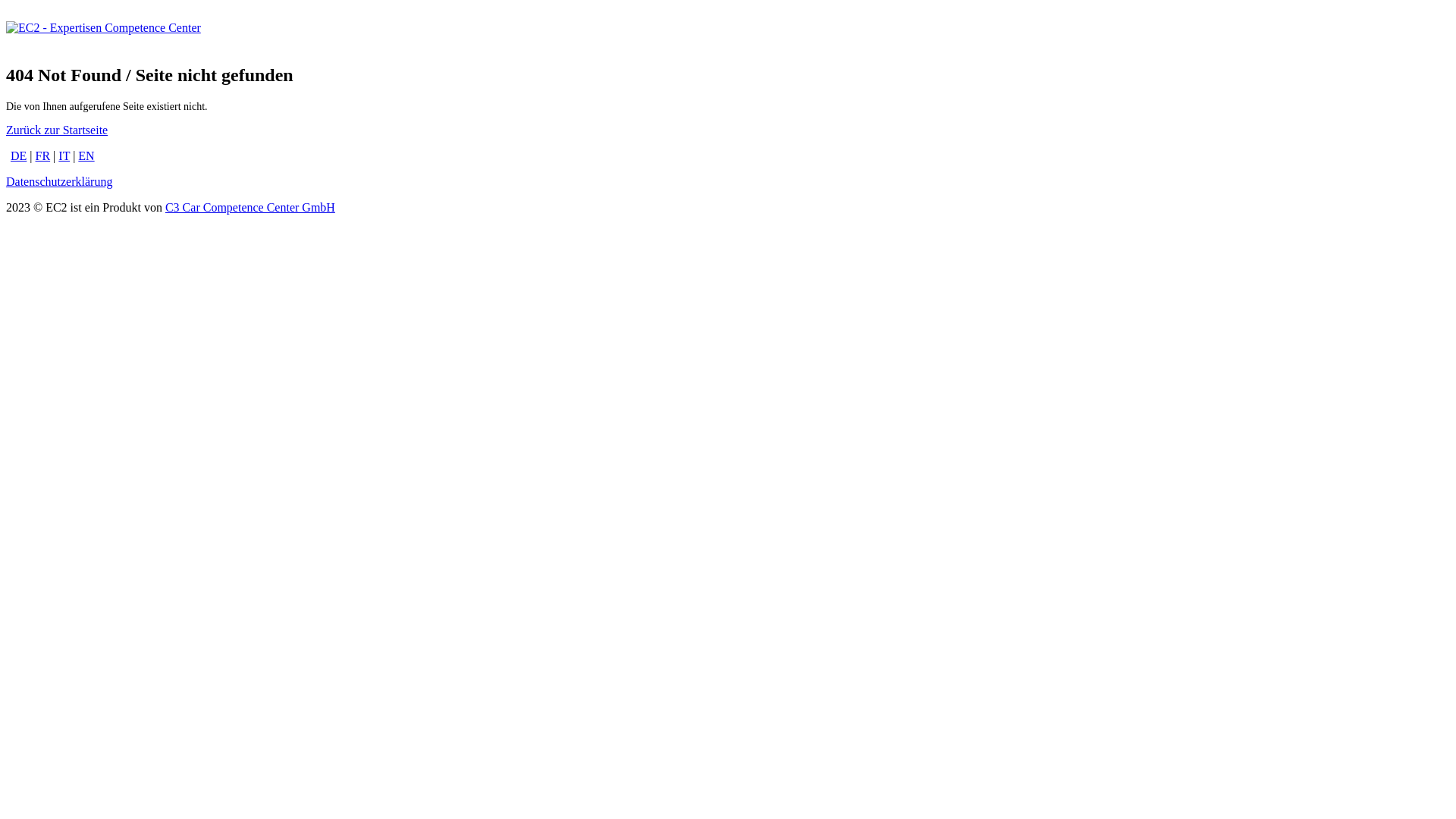  I want to click on 'C3 Car Competence Center GmbH', so click(250, 207).